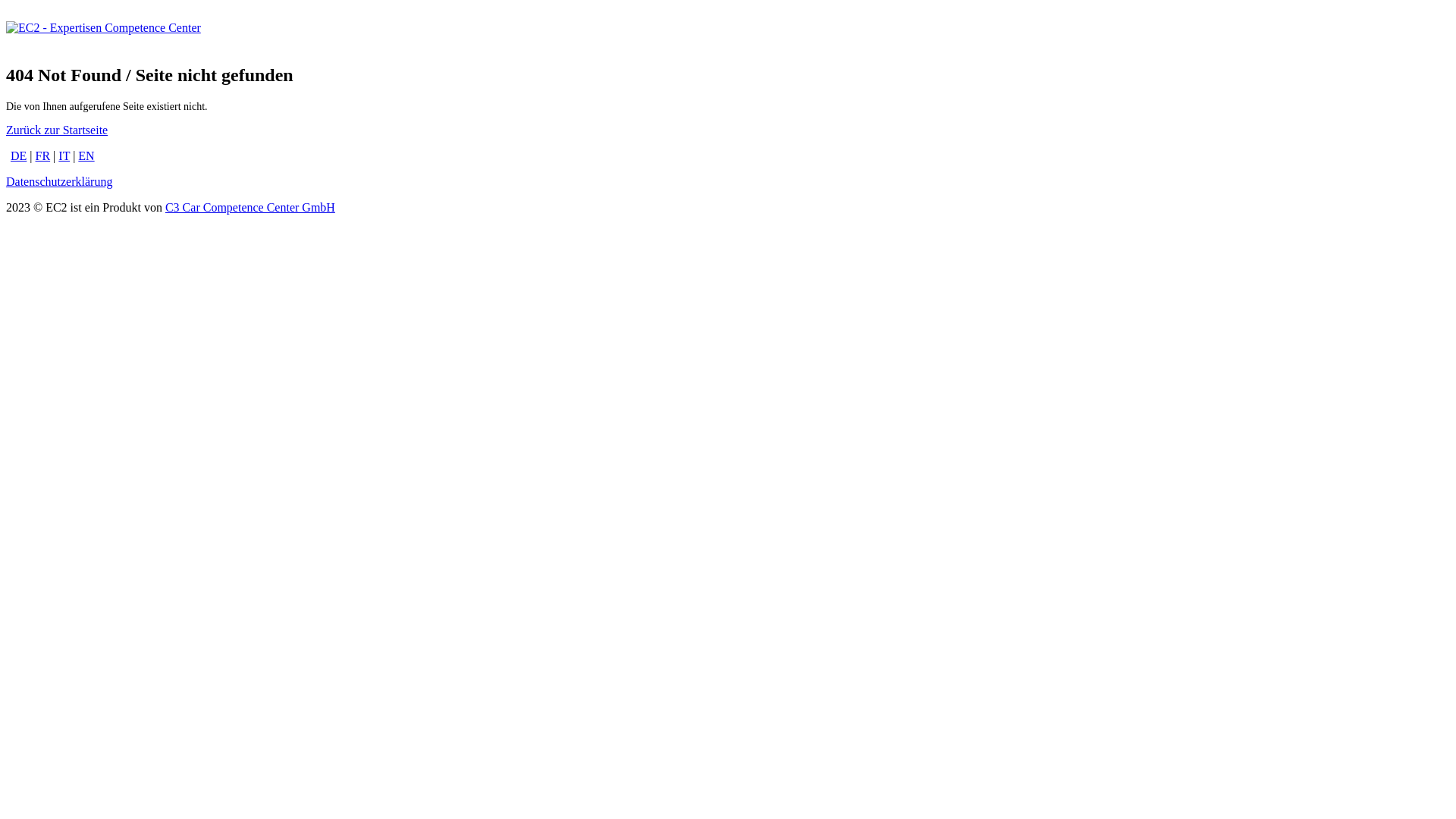  I want to click on 'C3 Car Competence Center GmbH', so click(250, 207).